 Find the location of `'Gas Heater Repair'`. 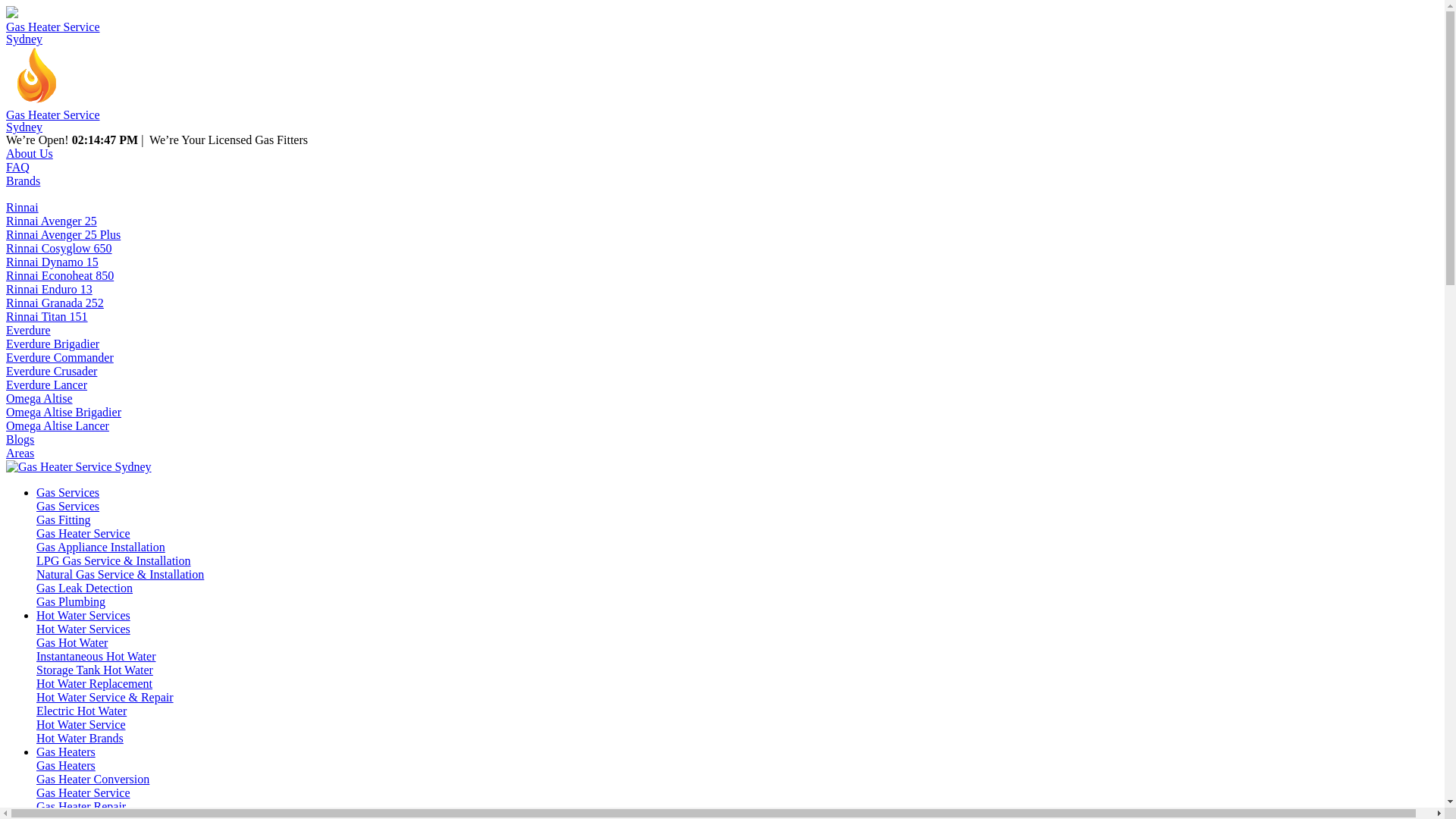

'Gas Heater Repair' is located at coordinates (36, 805).